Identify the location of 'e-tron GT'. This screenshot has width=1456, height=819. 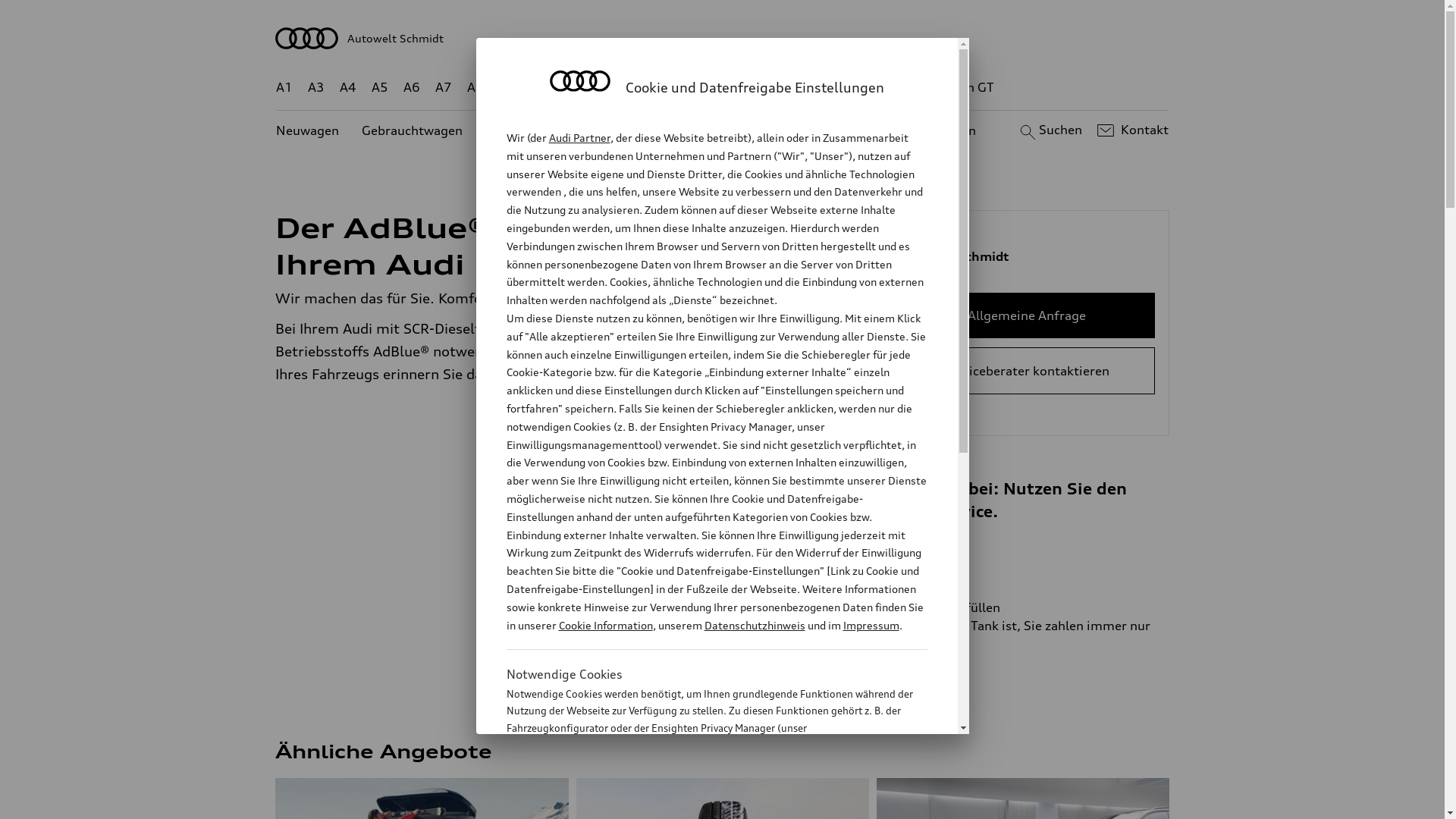
(937, 87).